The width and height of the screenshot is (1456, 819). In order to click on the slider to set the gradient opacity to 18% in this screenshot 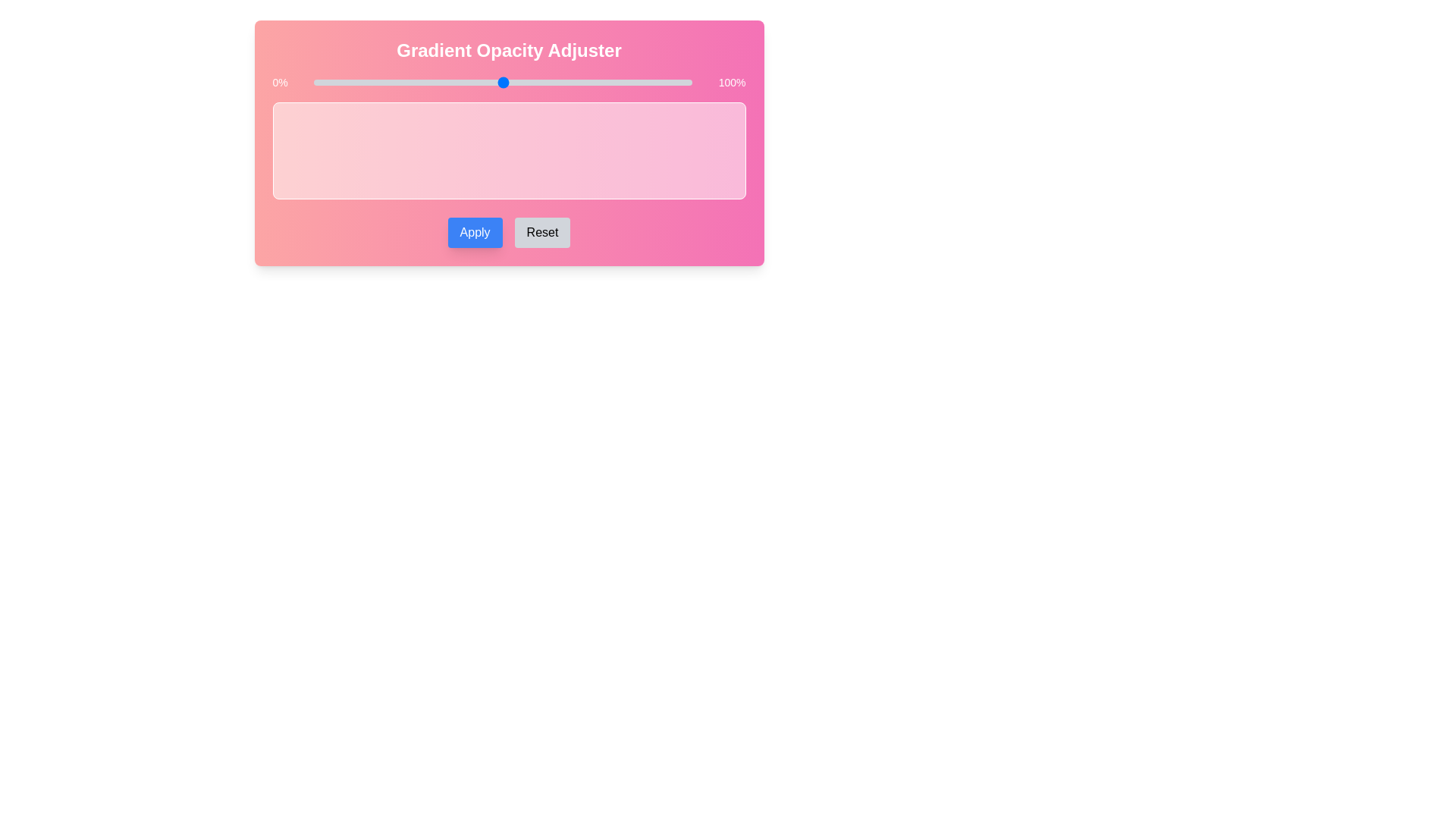, I will do `click(382, 82)`.